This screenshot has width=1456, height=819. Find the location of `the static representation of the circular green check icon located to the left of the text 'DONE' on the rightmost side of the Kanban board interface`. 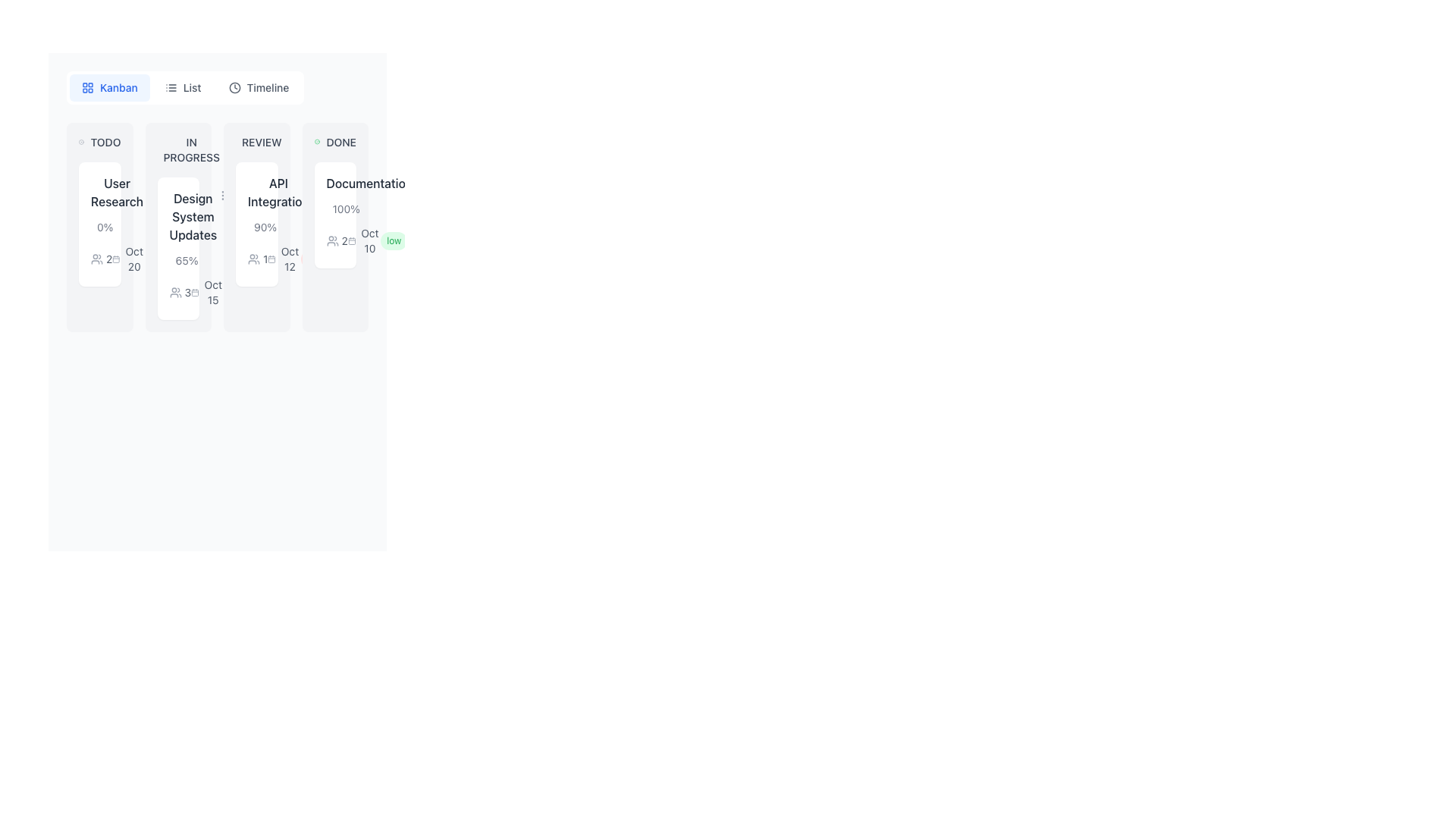

the static representation of the circular green check icon located to the left of the text 'DONE' on the rightmost side of the Kanban board interface is located at coordinates (316, 143).